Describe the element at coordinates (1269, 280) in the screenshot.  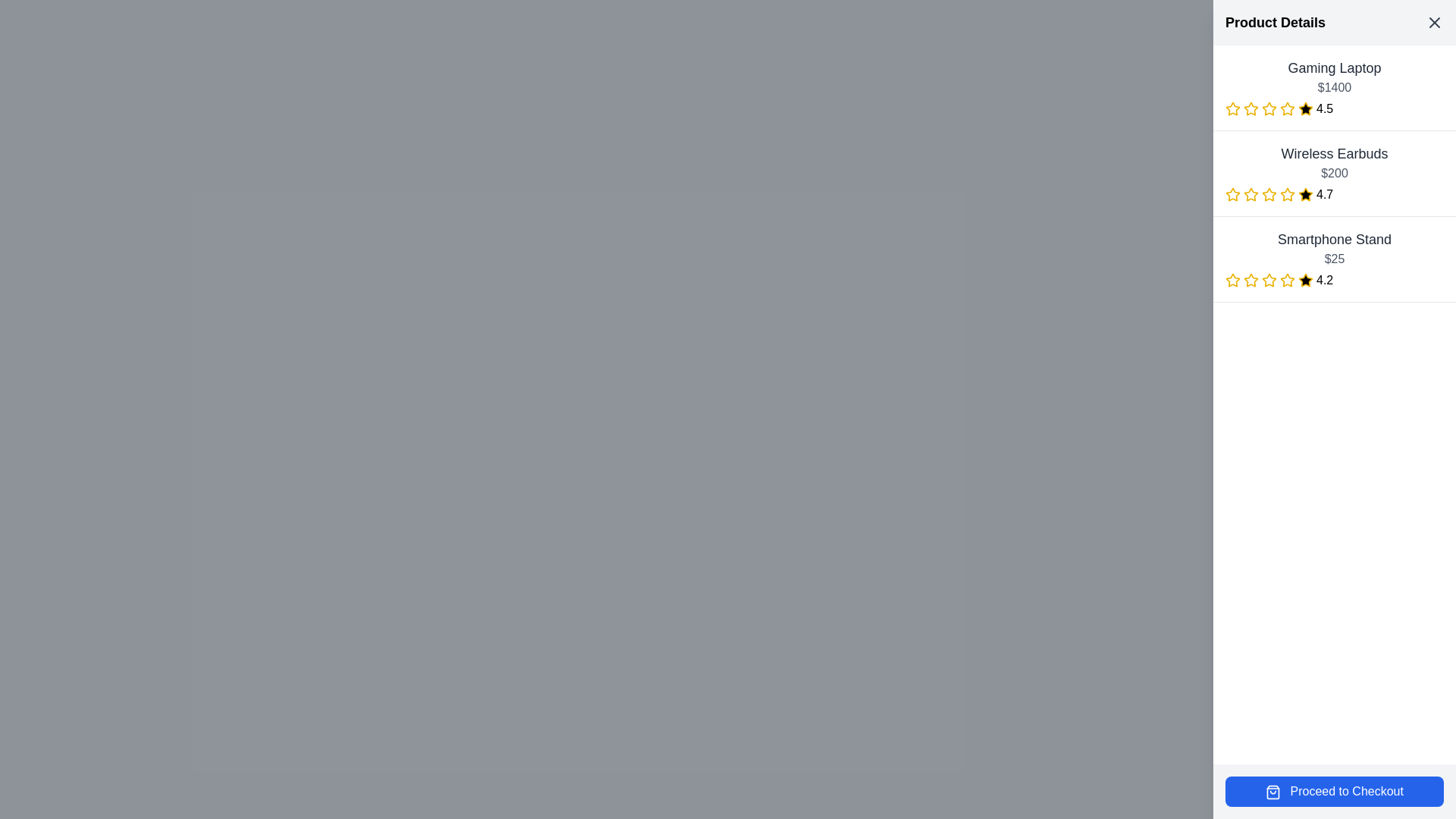
I see `the third-star rating icon for the 'Smartphone Stand' product to provide a rating` at that location.